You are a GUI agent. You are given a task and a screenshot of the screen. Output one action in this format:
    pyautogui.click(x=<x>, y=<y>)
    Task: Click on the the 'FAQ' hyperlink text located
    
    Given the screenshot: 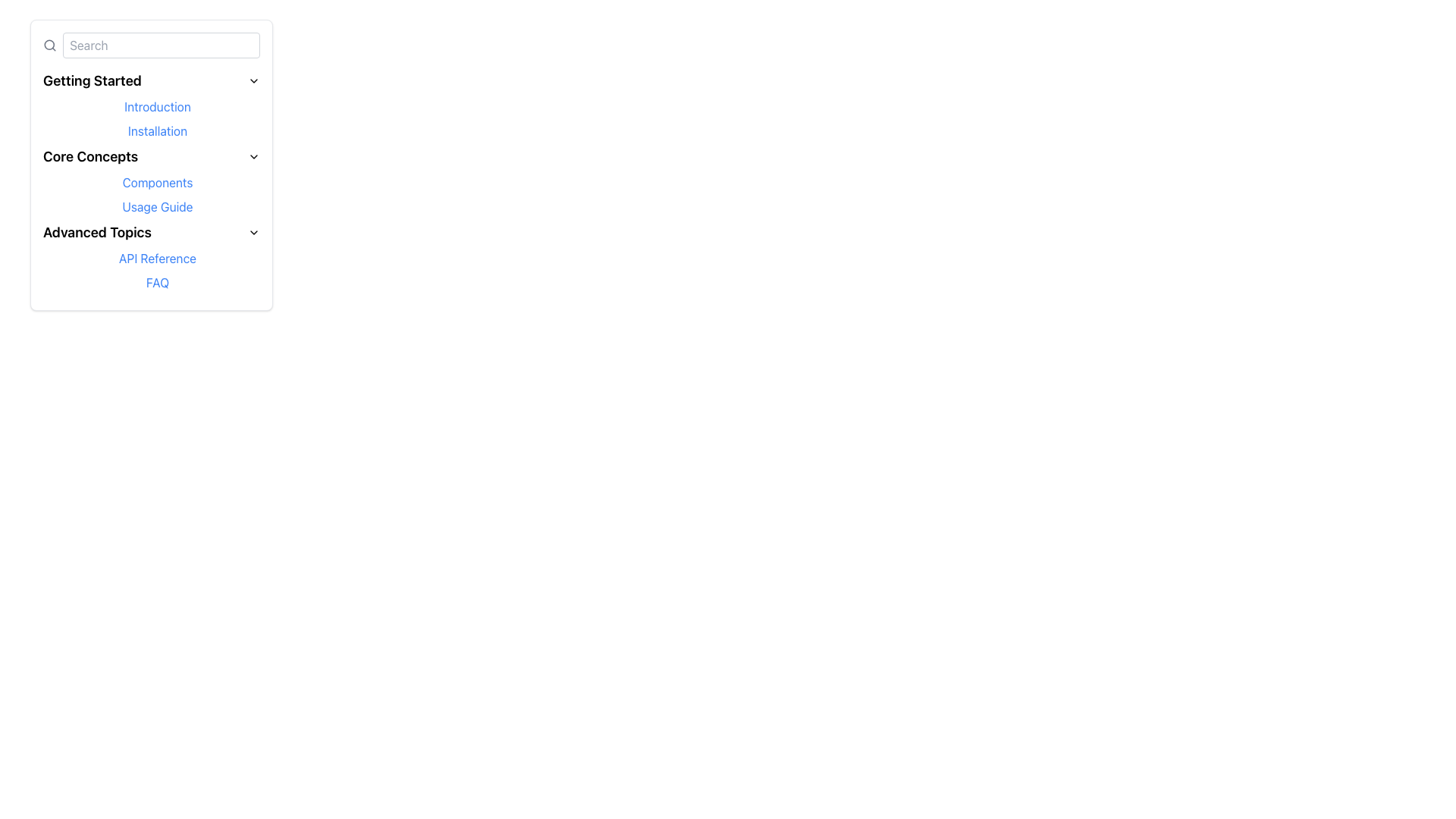 What is the action you would take?
    pyautogui.click(x=157, y=283)
    